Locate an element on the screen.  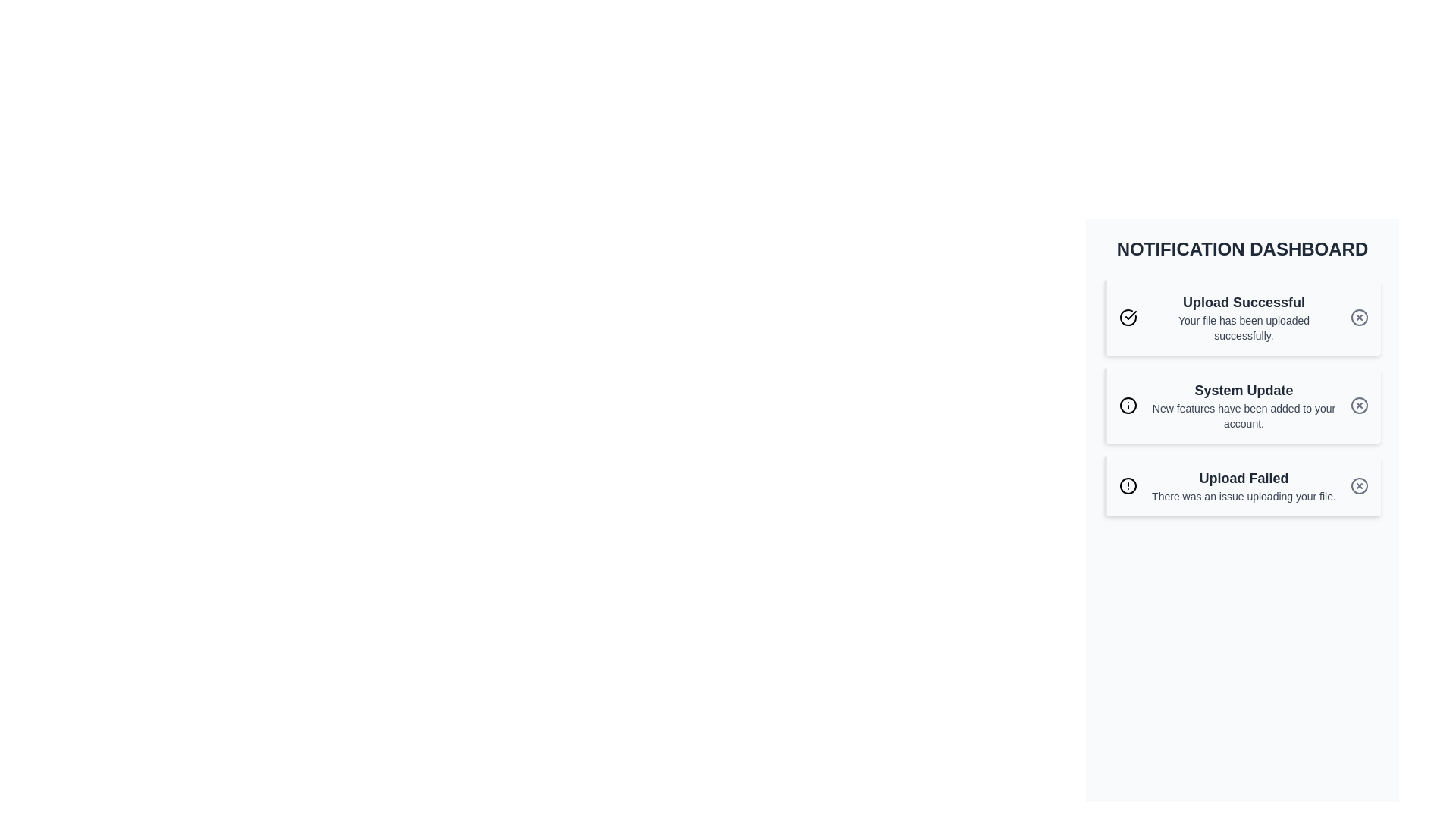
the circular black and white icon representing the system update, located on the left side of the second notification card in the dashboard is located at coordinates (1128, 405).